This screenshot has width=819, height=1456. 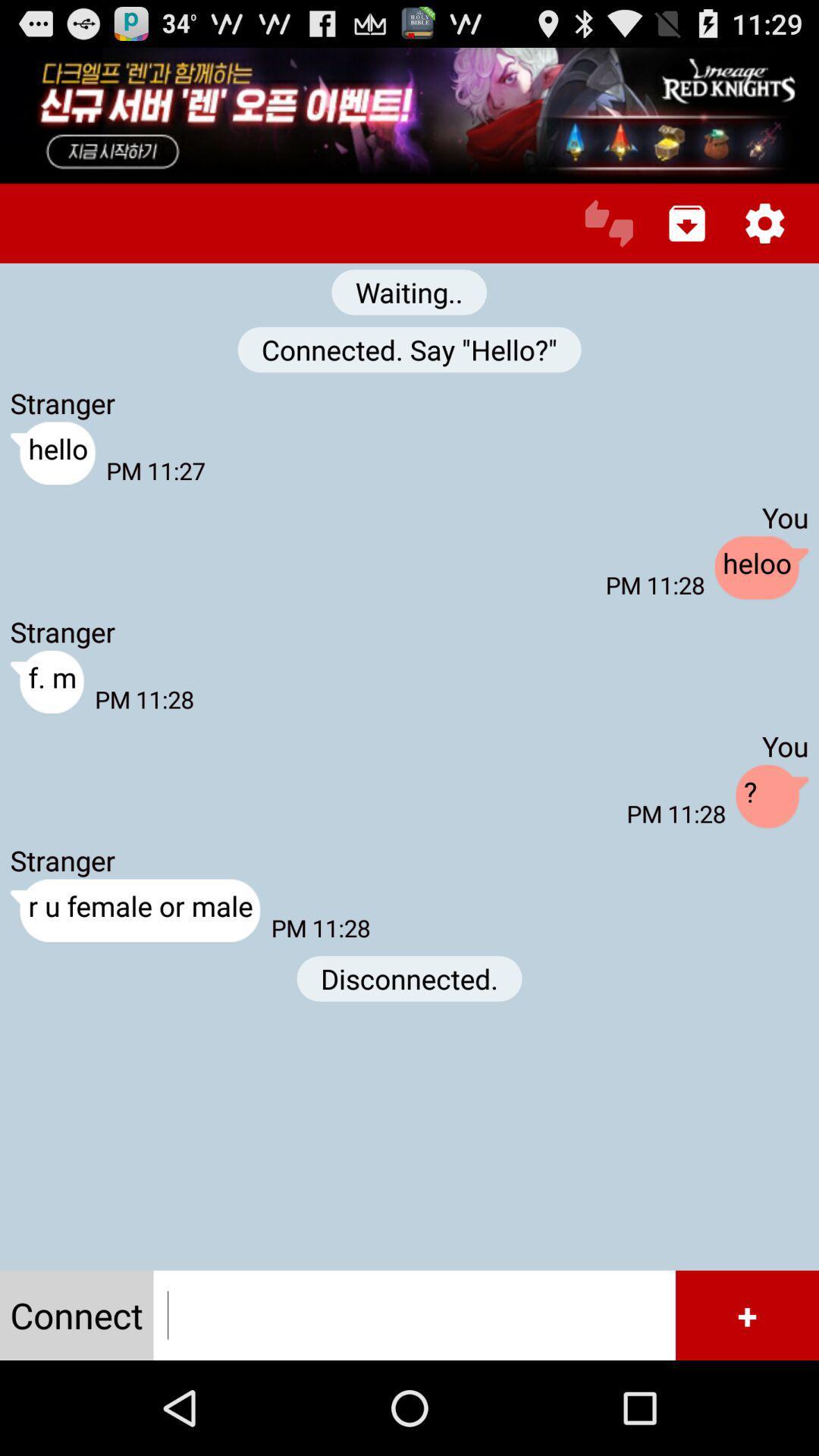 I want to click on connect to chat, so click(x=414, y=1314).